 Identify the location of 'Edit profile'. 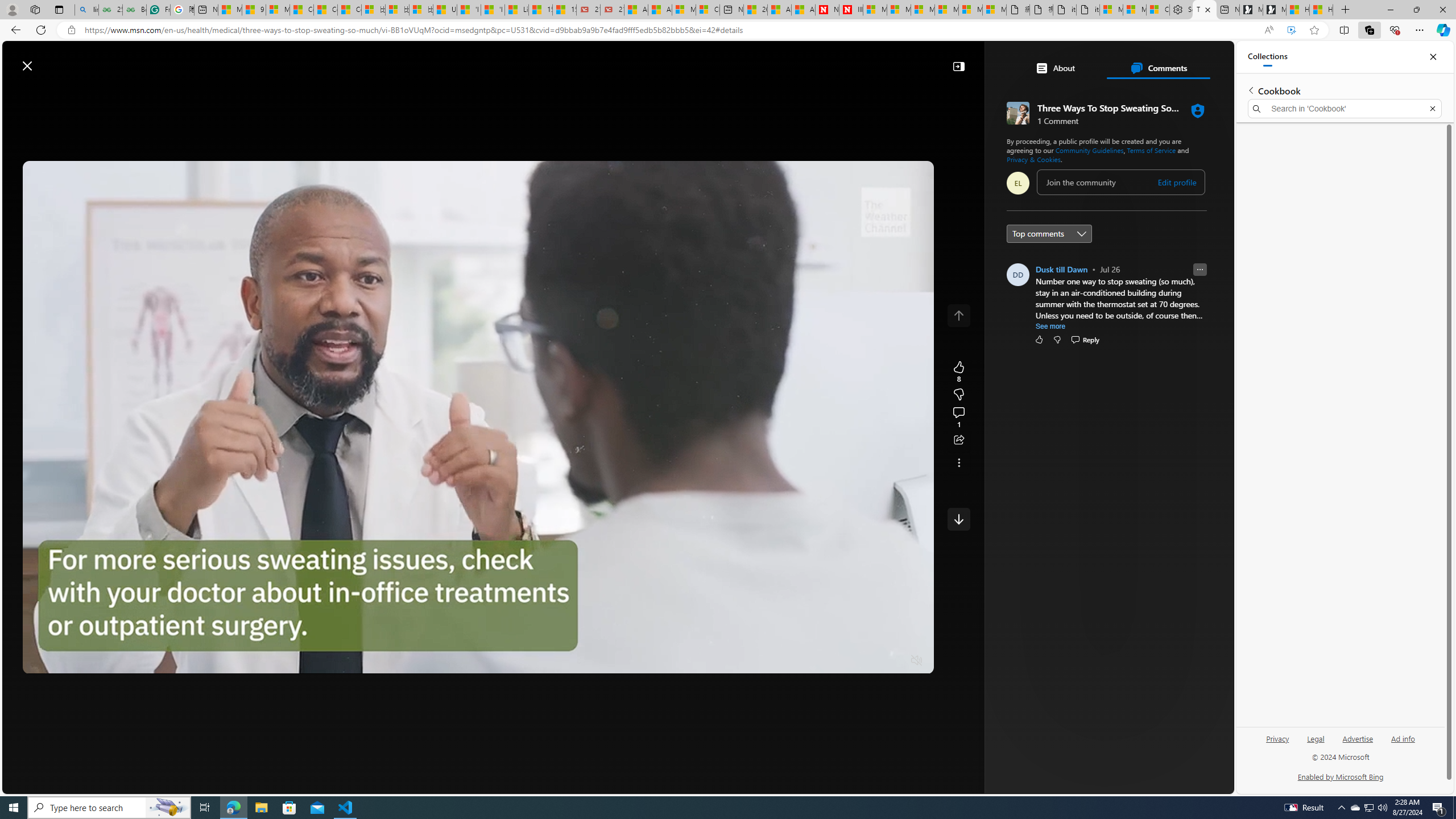
(1176, 181).